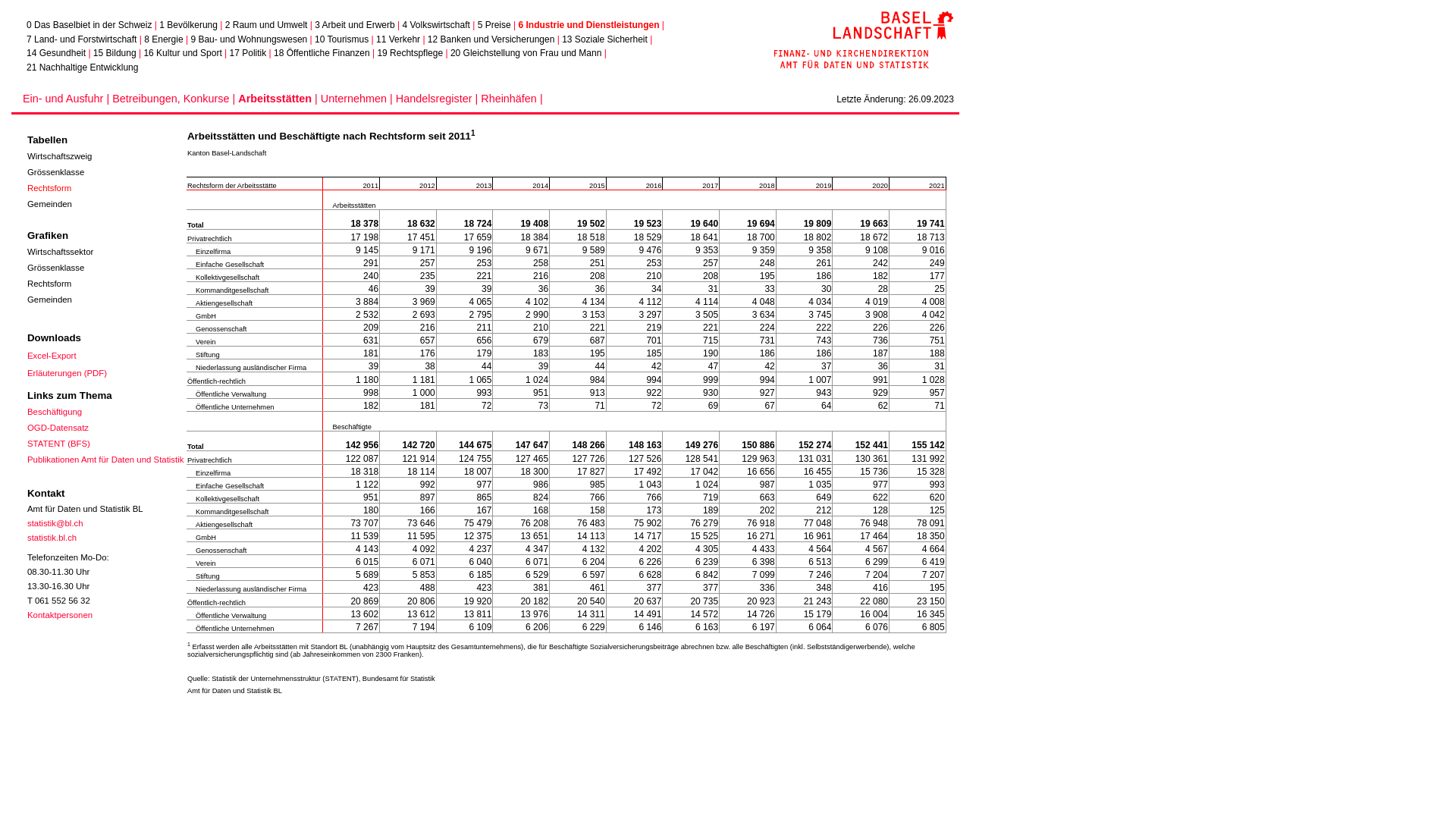  What do you see at coordinates (409, 52) in the screenshot?
I see `'19 Rechtspflege'` at bounding box center [409, 52].